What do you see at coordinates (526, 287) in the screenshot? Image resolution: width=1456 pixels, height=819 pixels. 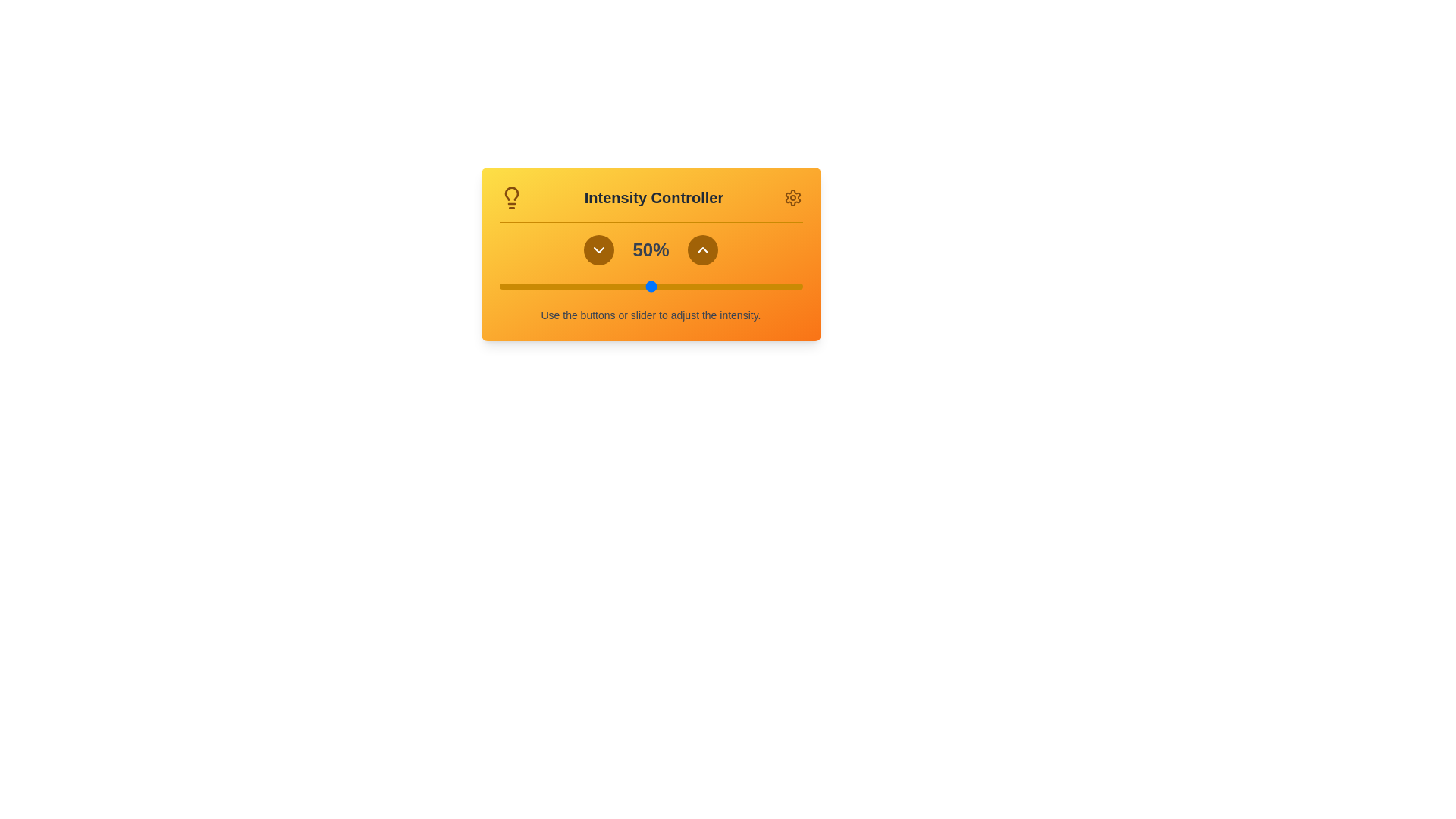 I see `the intensity` at bounding box center [526, 287].